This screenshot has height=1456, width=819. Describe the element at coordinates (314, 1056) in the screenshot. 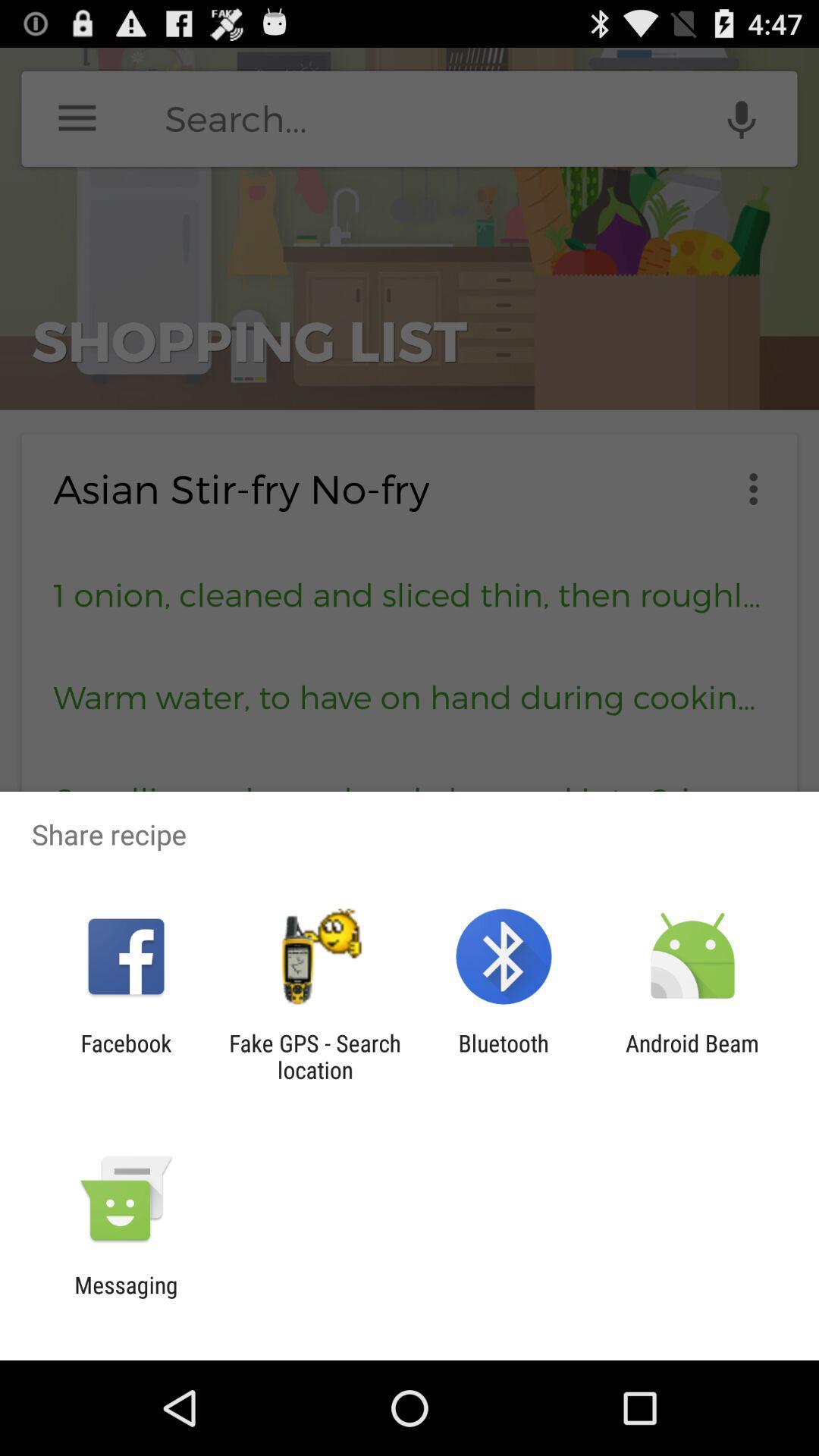

I see `icon next to bluetooth` at that location.